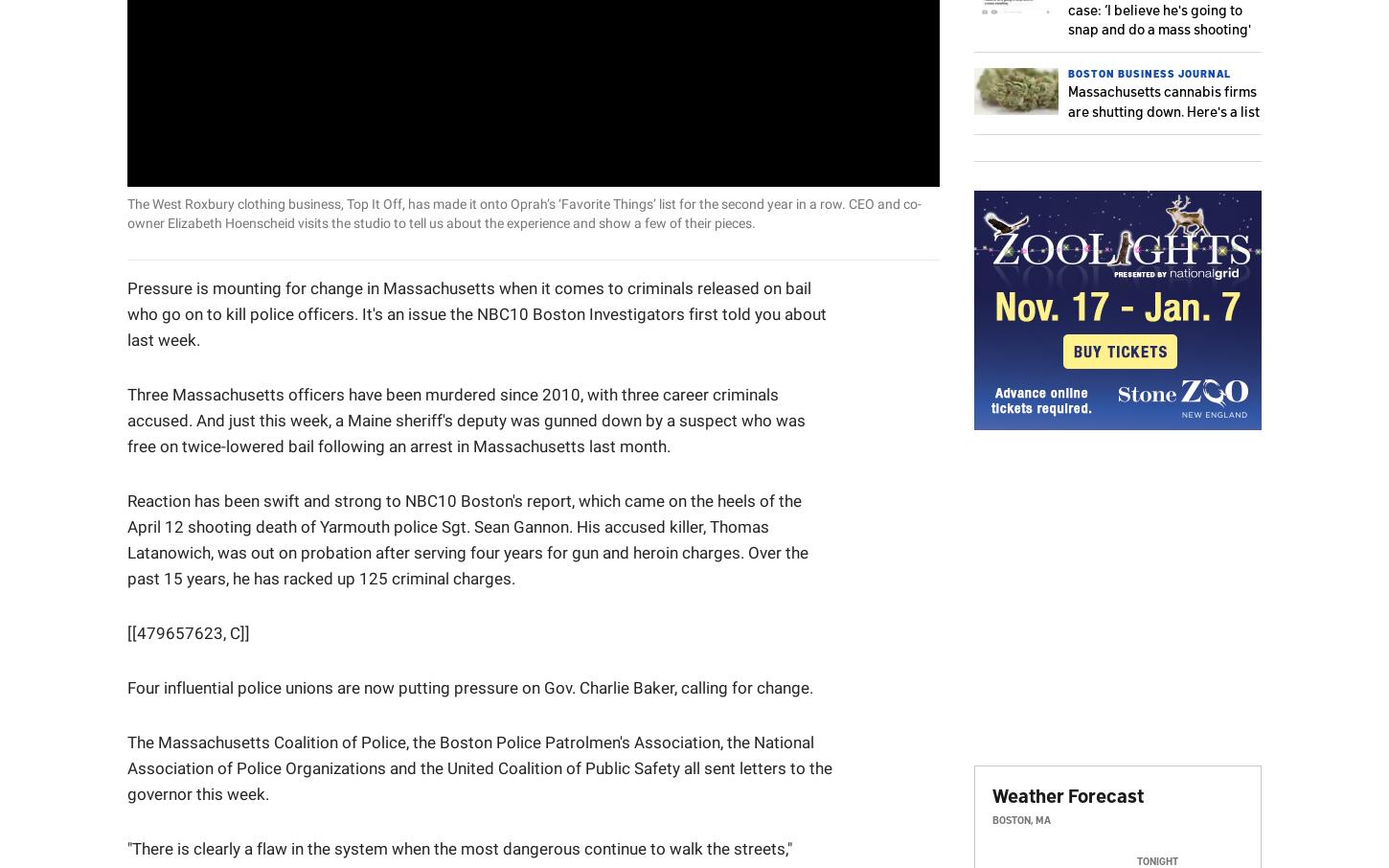  What do you see at coordinates (467, 419) in the screenshot?
I see `'Three Massachusetts officers have been murdered since 2010, with three career criminals accused. And just this week, a Maine sheriff's deputy was gunned down by a suspect who was free on twice-lowered bail following an arrest in Massachusetts last month.'` at bounding box center [467, 419].